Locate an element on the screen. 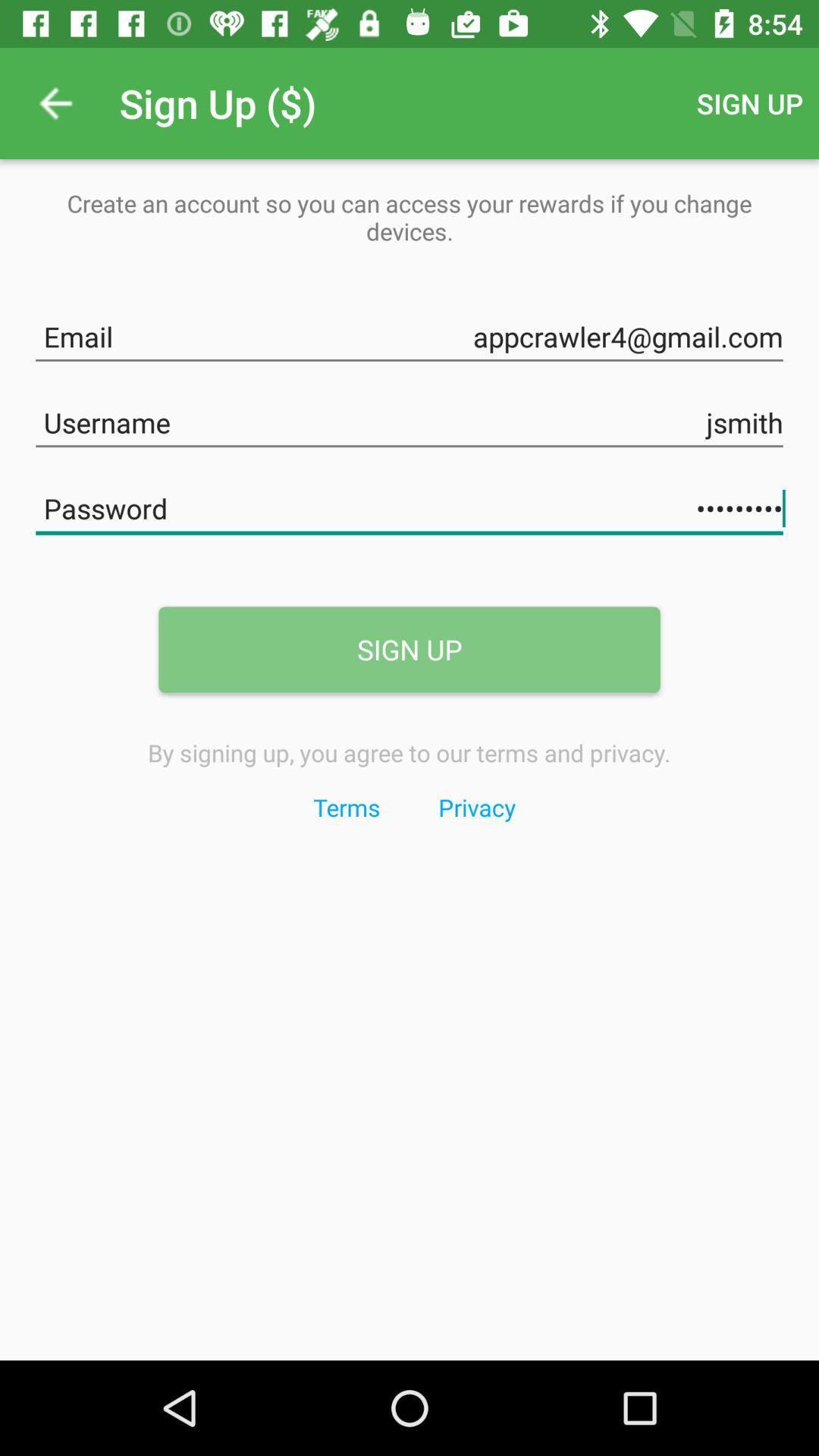 This screenshot has width=819, height=1456. the app to the left of sign up ($) app is located at coordinates (55, 102).